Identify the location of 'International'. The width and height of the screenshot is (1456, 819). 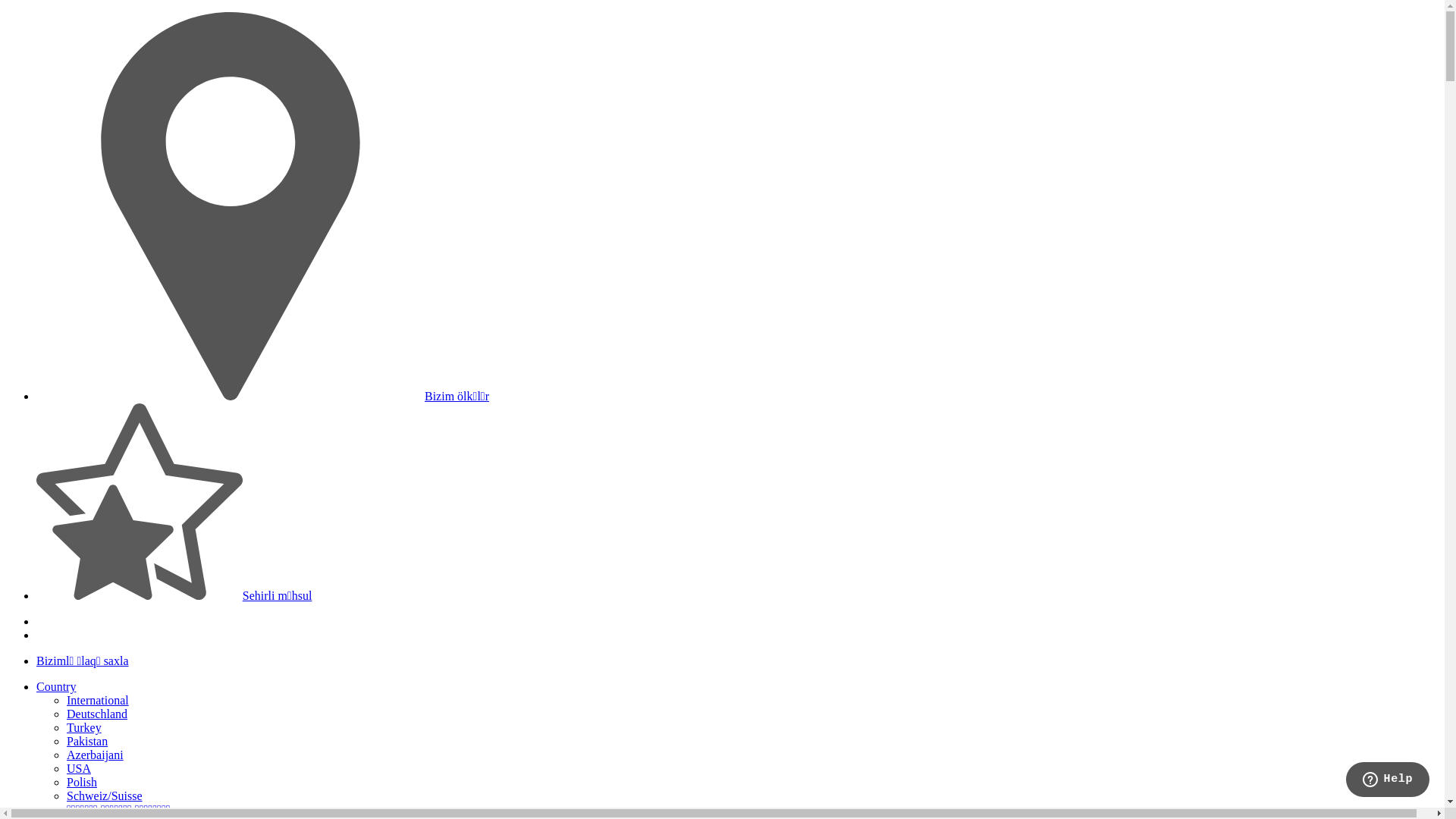
(65, 700).